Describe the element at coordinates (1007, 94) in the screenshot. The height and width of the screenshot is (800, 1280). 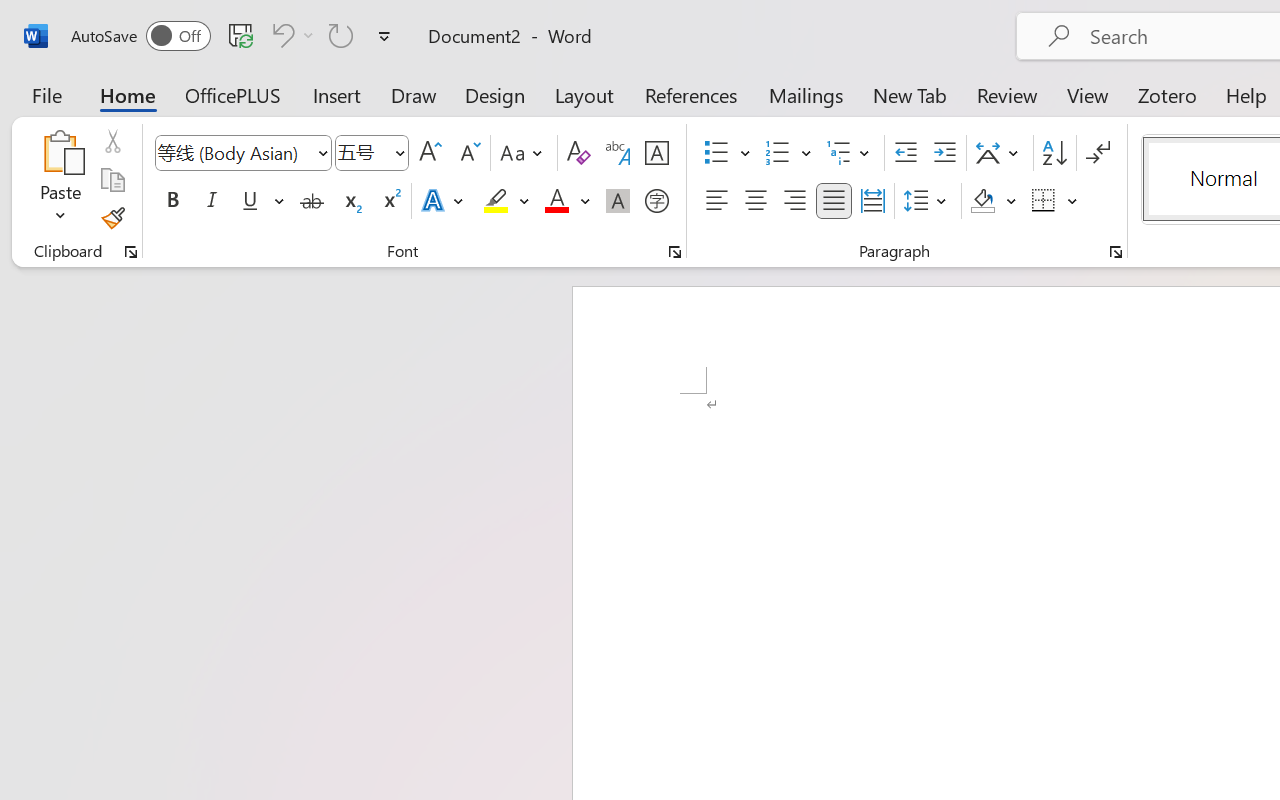
I see `'Review'` at that location.